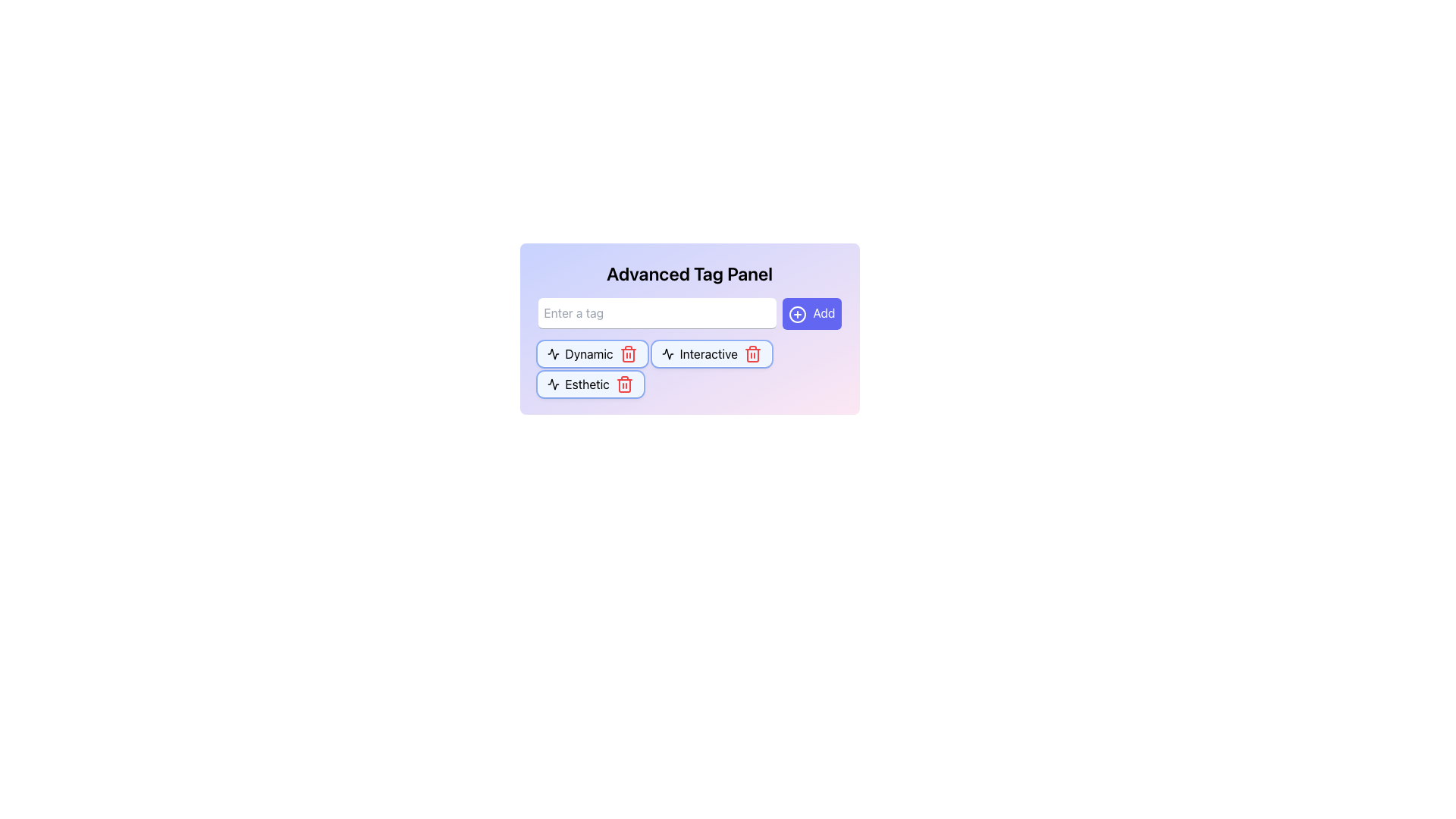 The height and width of the screenshot is (819, 1456). What do you see at coordinates (586, 383) in the screenshot?
I see `the 'Esthetic' tag button located in the 'Advanced Tag Panel', which is the third button in the vertical layout of tags` at bounding box center [586, 383].